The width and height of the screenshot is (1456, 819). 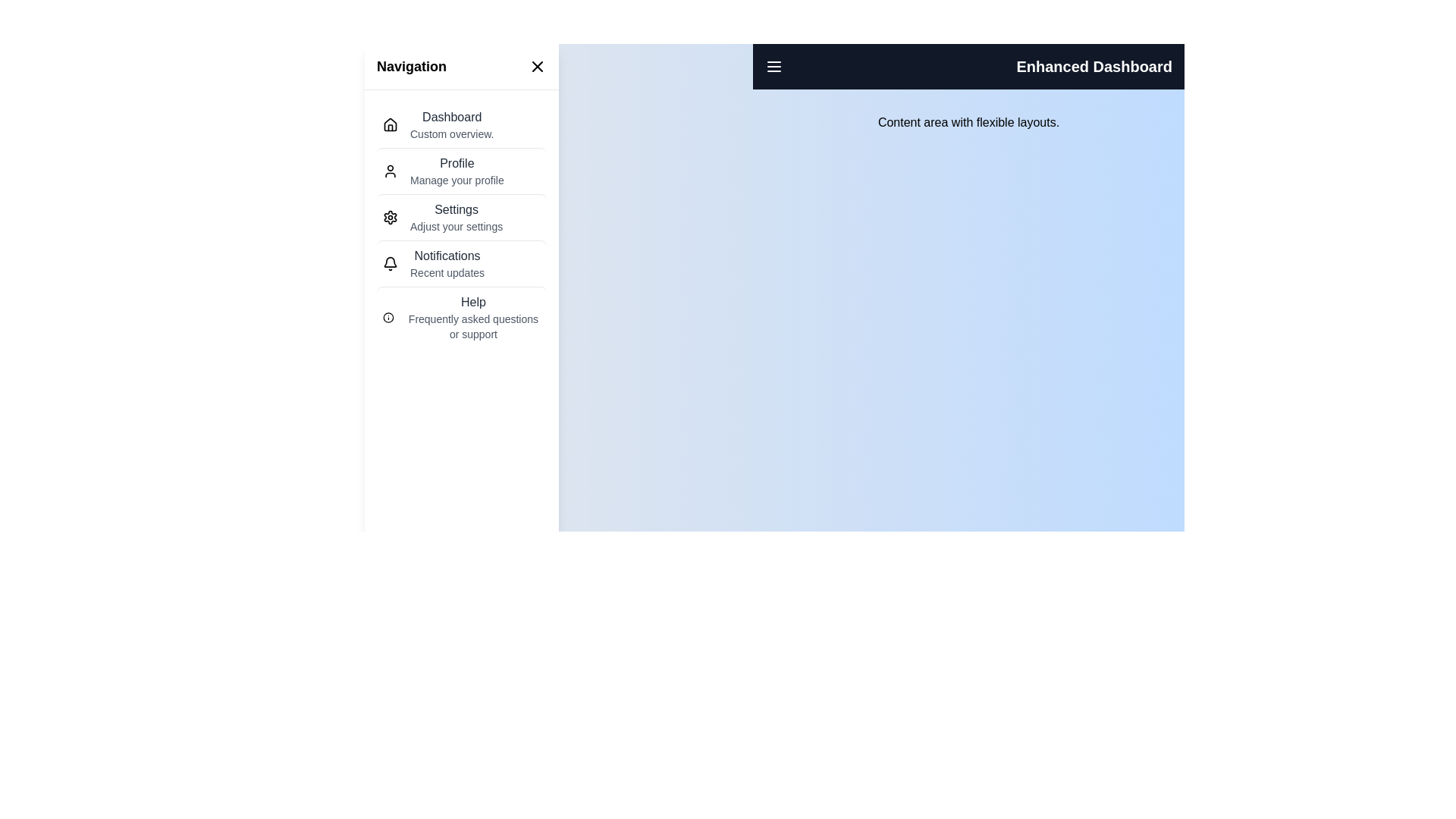 What do you see at coordinates (461, 315) in the screenshot?
I see `the fifth item in the vertical navigation menu located in the left sidebar, which provides access to help-related features` at bounding box center [461, 315].